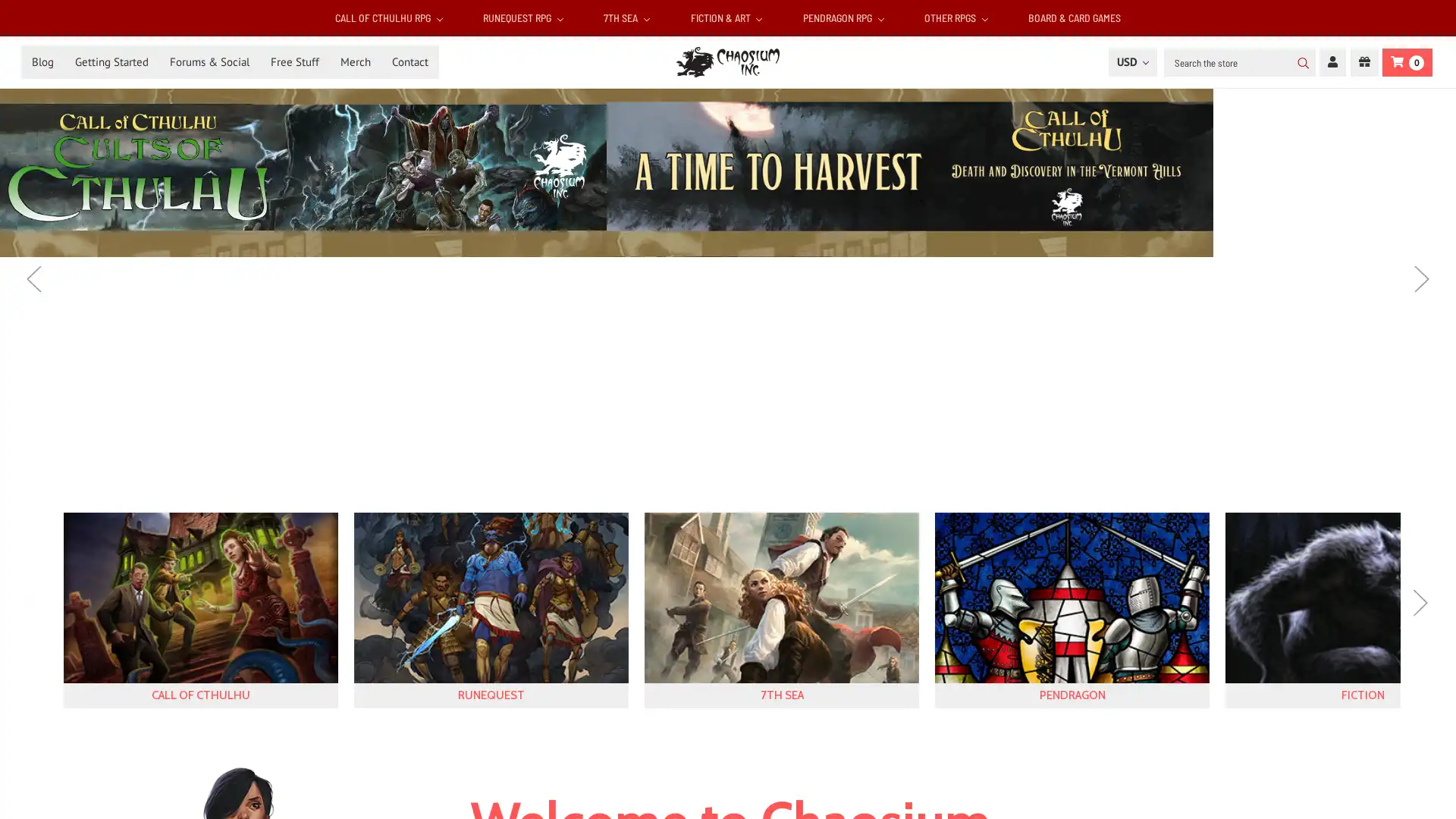 This screenshot has width=1456, height=819. What do you see at coordinates (33, 278) in the screenshot?
I see `Previous` at bounding box center [33, 278].